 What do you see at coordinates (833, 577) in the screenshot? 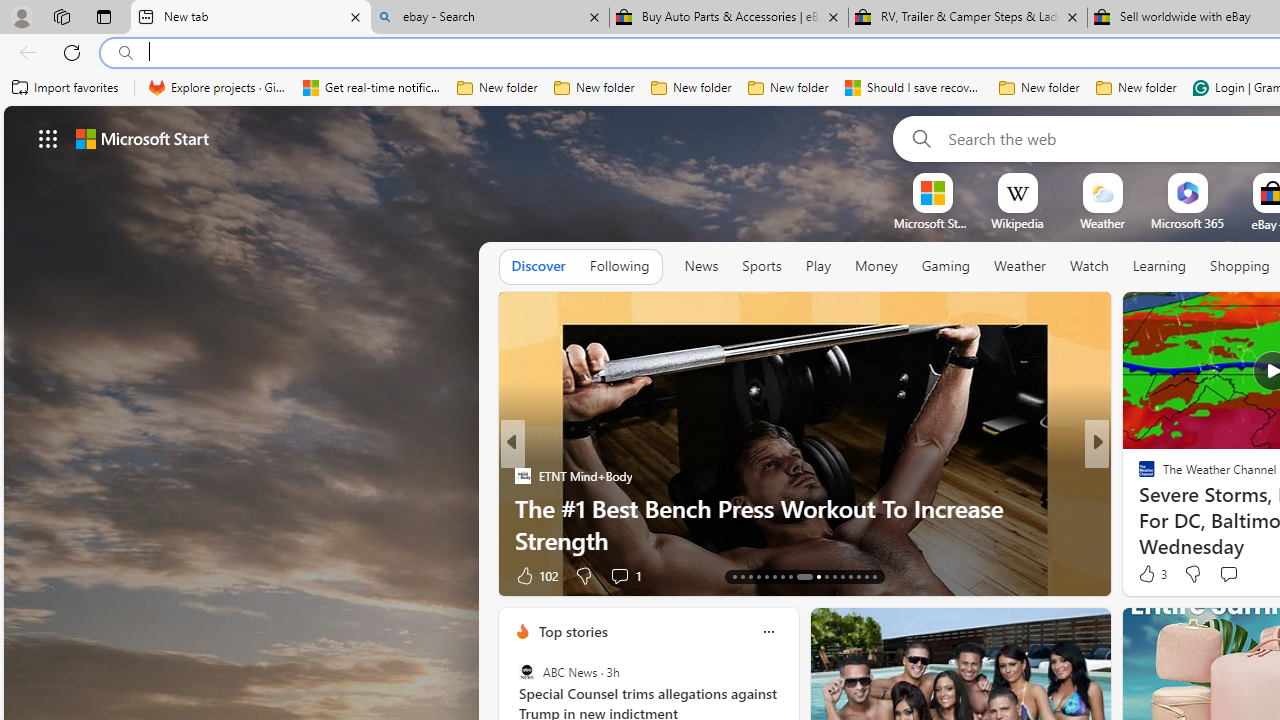
I see `'AutomationID: tab-24'` at bounding box center [833, 577].